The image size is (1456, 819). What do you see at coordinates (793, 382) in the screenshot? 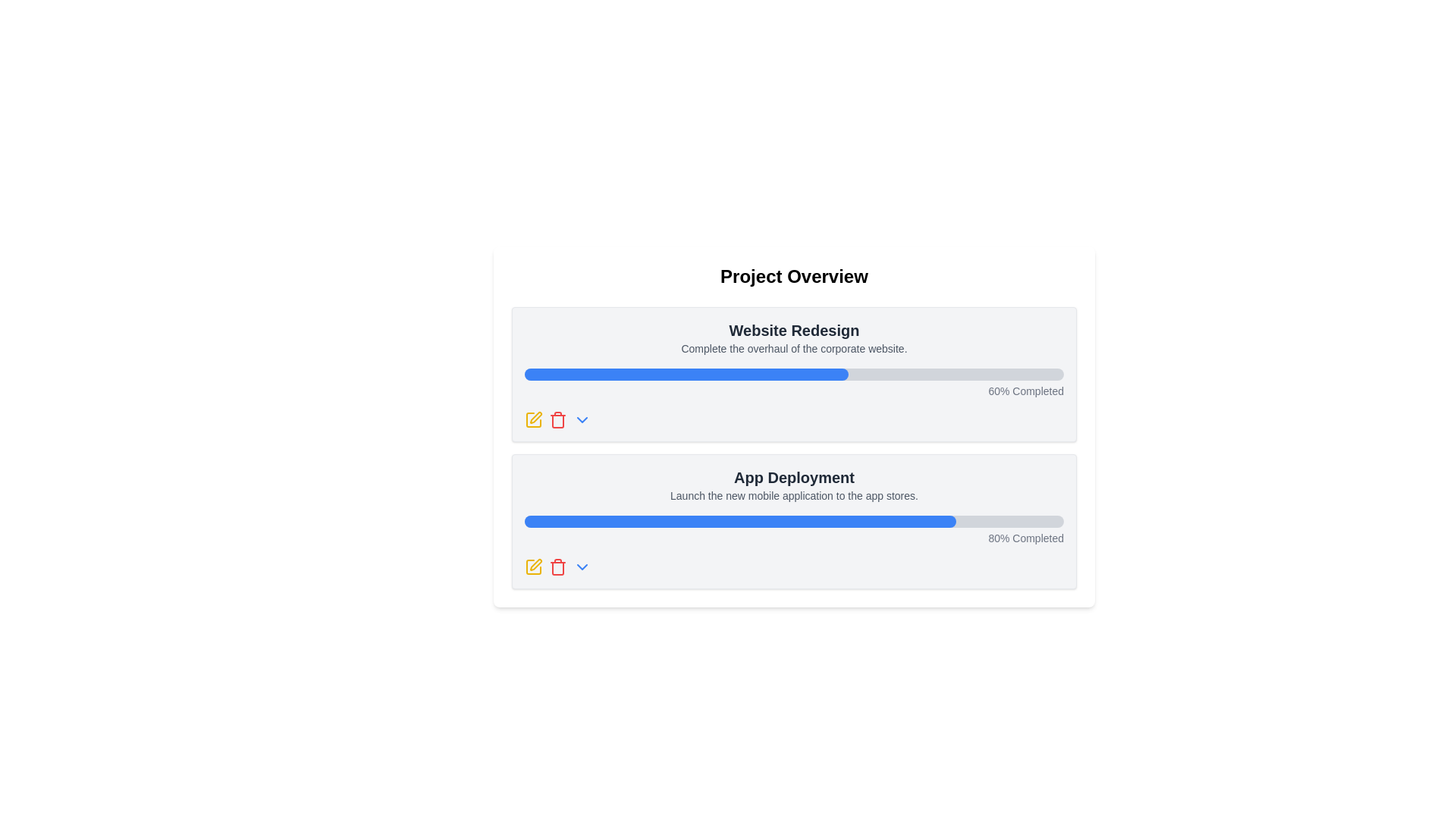
I see `percentage completion text from the progress bar labeled 'Website Redesign', which is located at the center of the progress tracking section` at bounding box center [793, 382].